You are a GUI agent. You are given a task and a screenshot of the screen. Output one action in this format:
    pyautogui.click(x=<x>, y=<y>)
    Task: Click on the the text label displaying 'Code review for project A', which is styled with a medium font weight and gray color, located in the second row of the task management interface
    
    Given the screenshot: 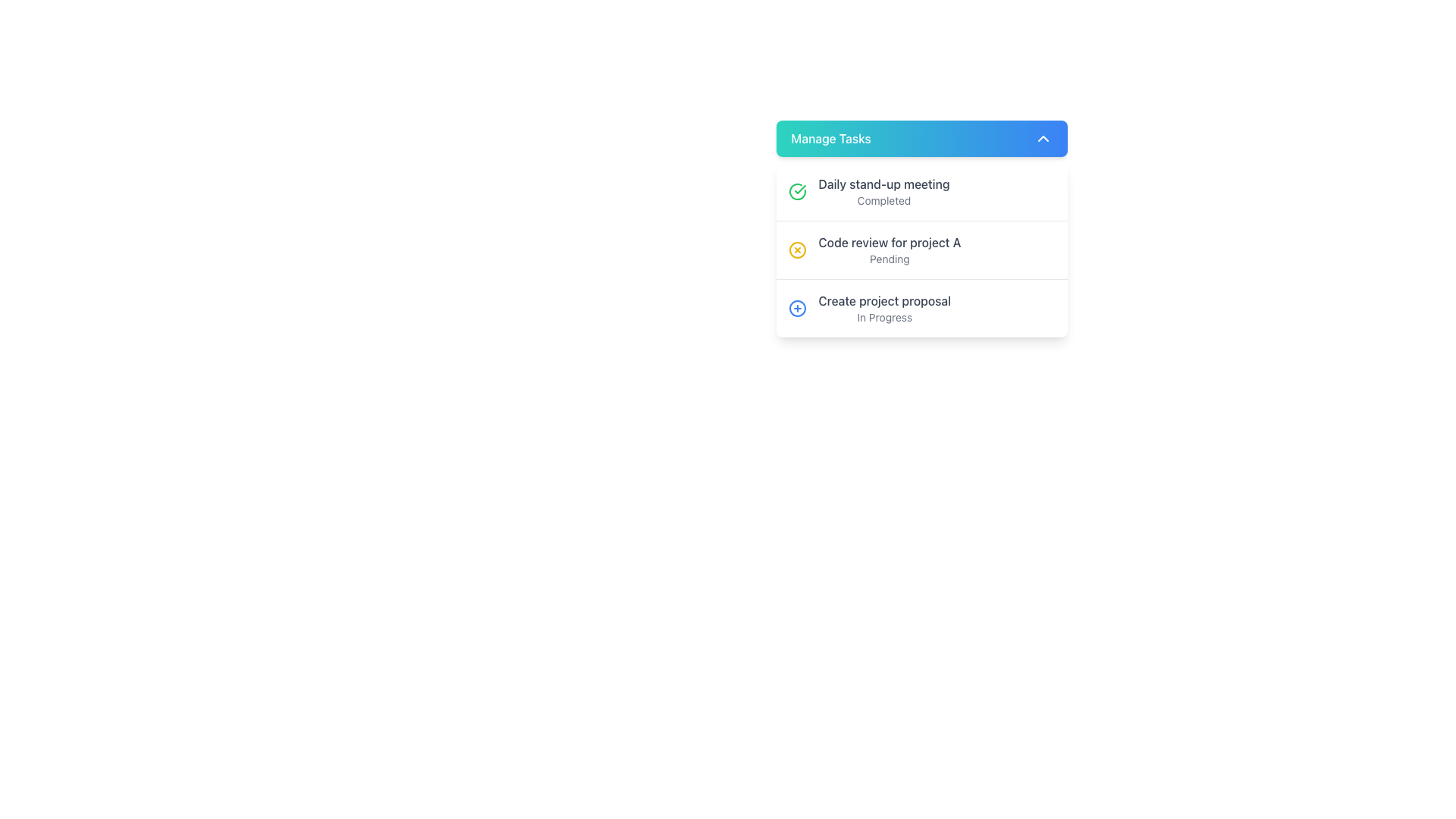 What is the action you would take?
    pyautogui.click(x=890, y=242)
    